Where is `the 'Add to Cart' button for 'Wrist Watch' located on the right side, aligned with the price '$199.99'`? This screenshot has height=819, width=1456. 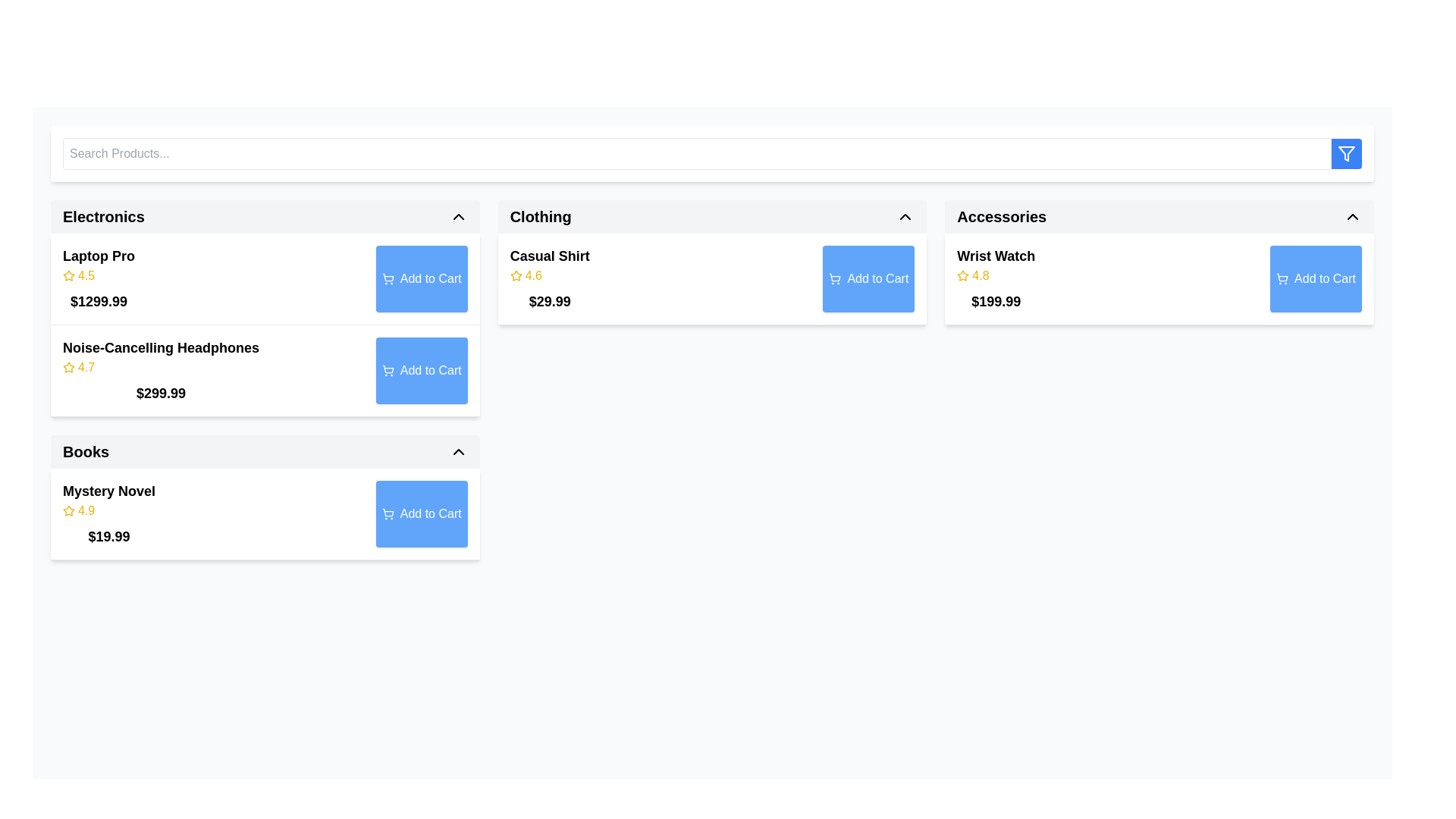 the 'Add to Cart' button for 'Wrist Watch' located on the right side, aligned with the price '$199.99' is located at coordinates (1315, 278).